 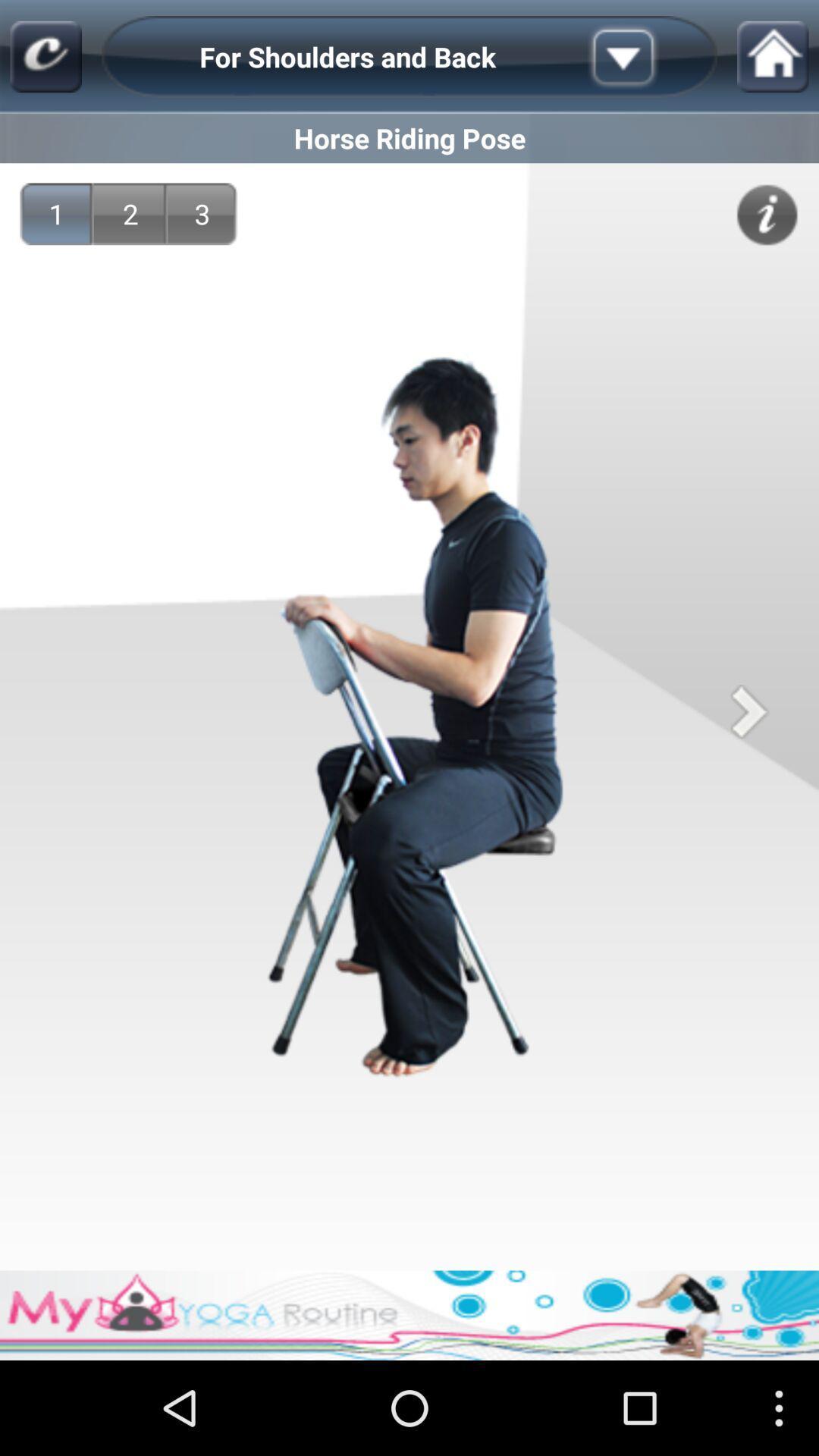 What do you see at coordinates (647, 57) in the screenshot?
I see `more options` at bounding box center [647, 57].